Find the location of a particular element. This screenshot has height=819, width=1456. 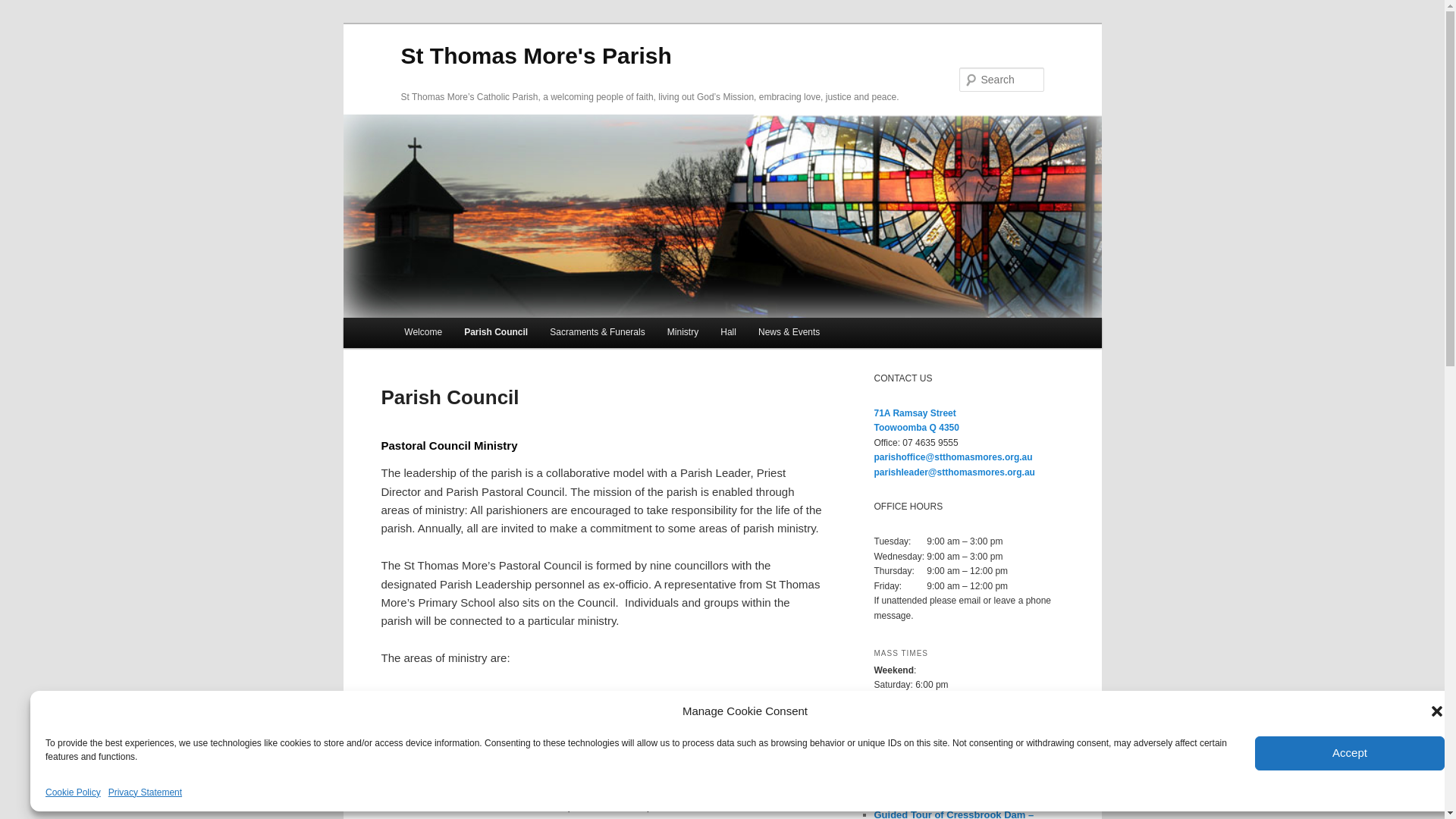

'parishleader@stthomasmores.org.au' is located at coordinates (874, 472).